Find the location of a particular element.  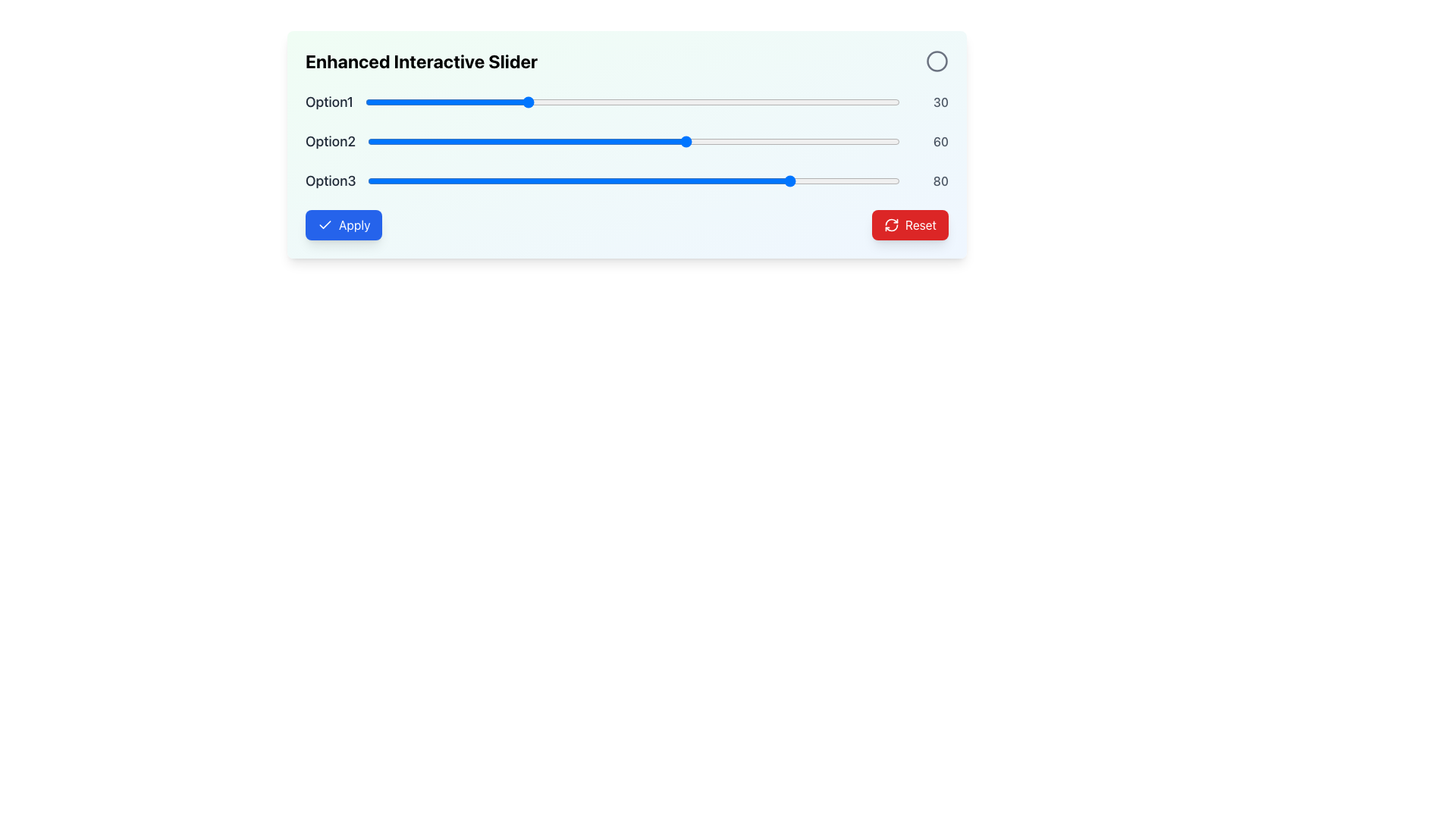

slider is located at coordinates (425, 141).